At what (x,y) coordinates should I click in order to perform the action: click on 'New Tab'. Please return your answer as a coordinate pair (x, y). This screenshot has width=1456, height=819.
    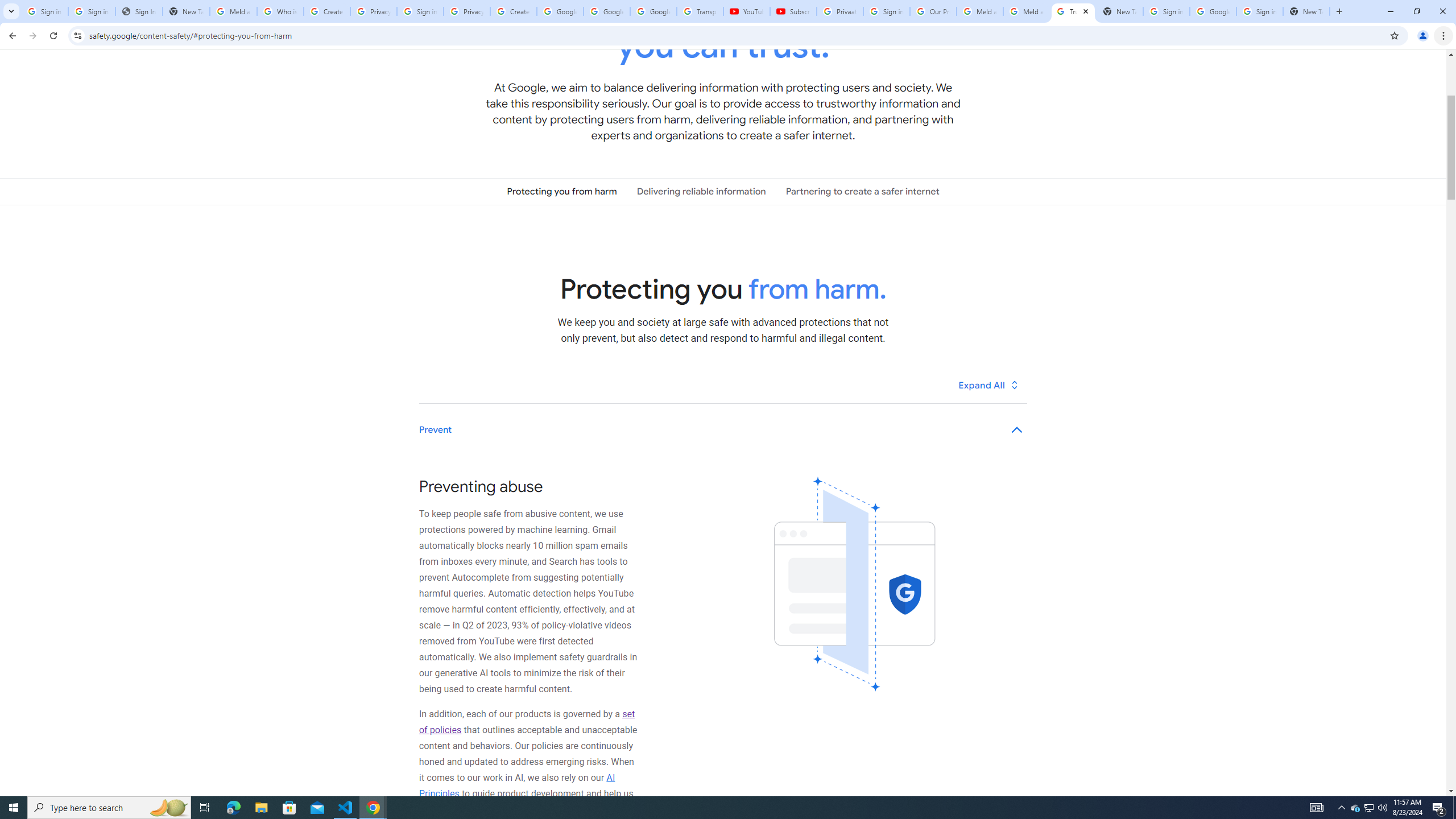
    Looking at the image, I should click on (1306, 11).